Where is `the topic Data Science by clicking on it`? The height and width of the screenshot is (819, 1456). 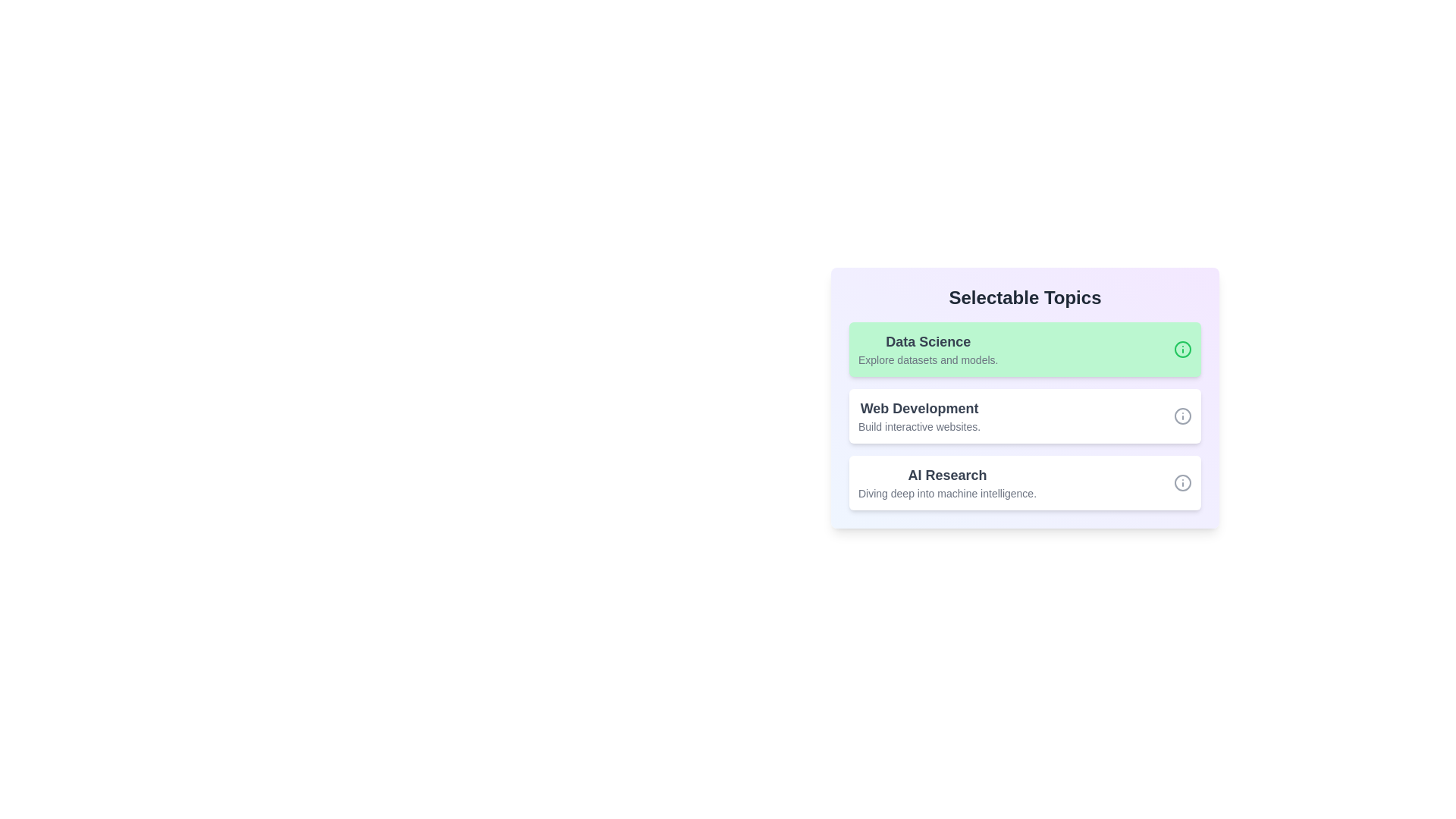
the topic Data Science by clicking on it is located at coordinates (1025, 350).